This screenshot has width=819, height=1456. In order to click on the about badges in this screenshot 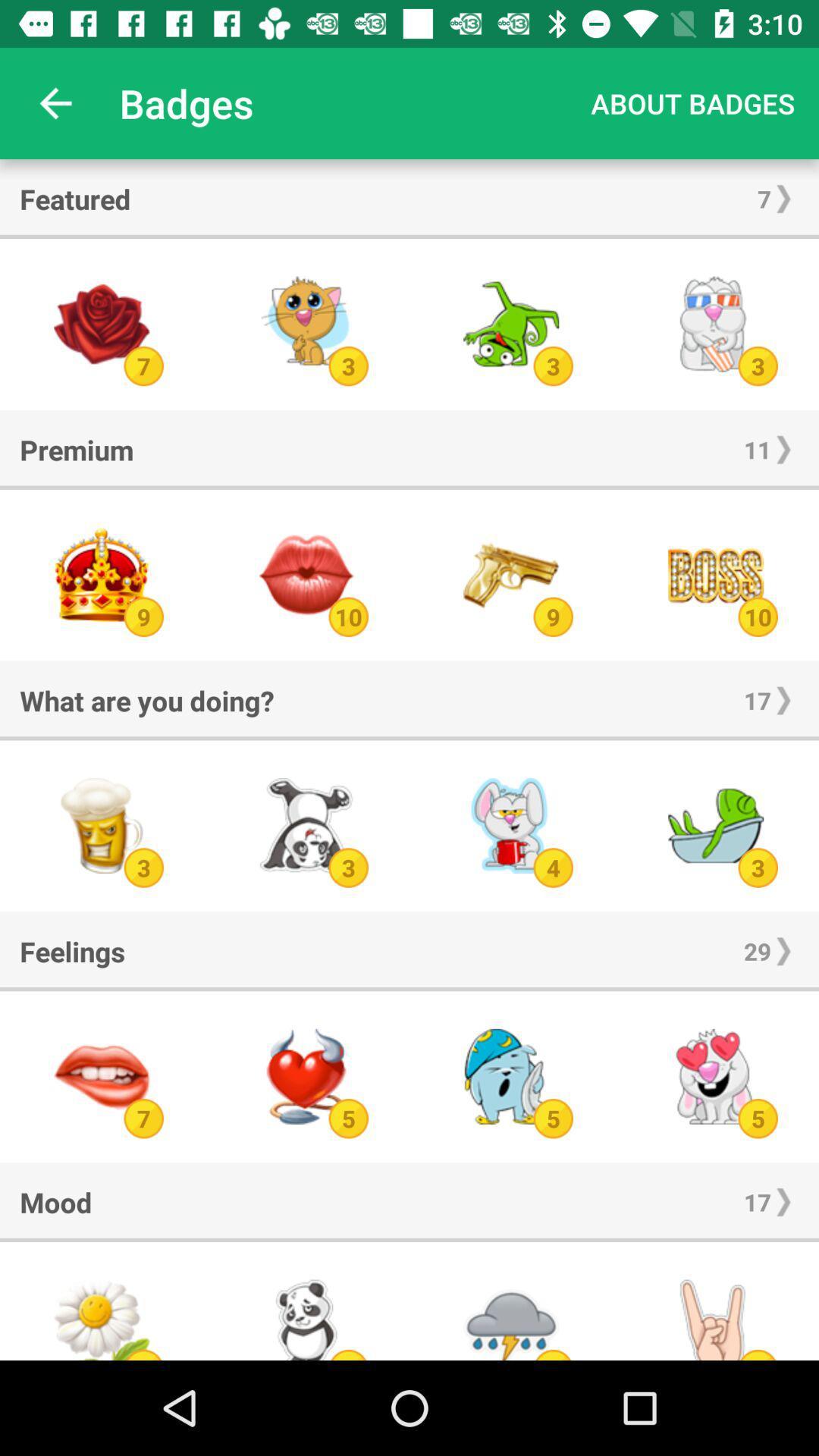, I will do `click(692, 102)`.